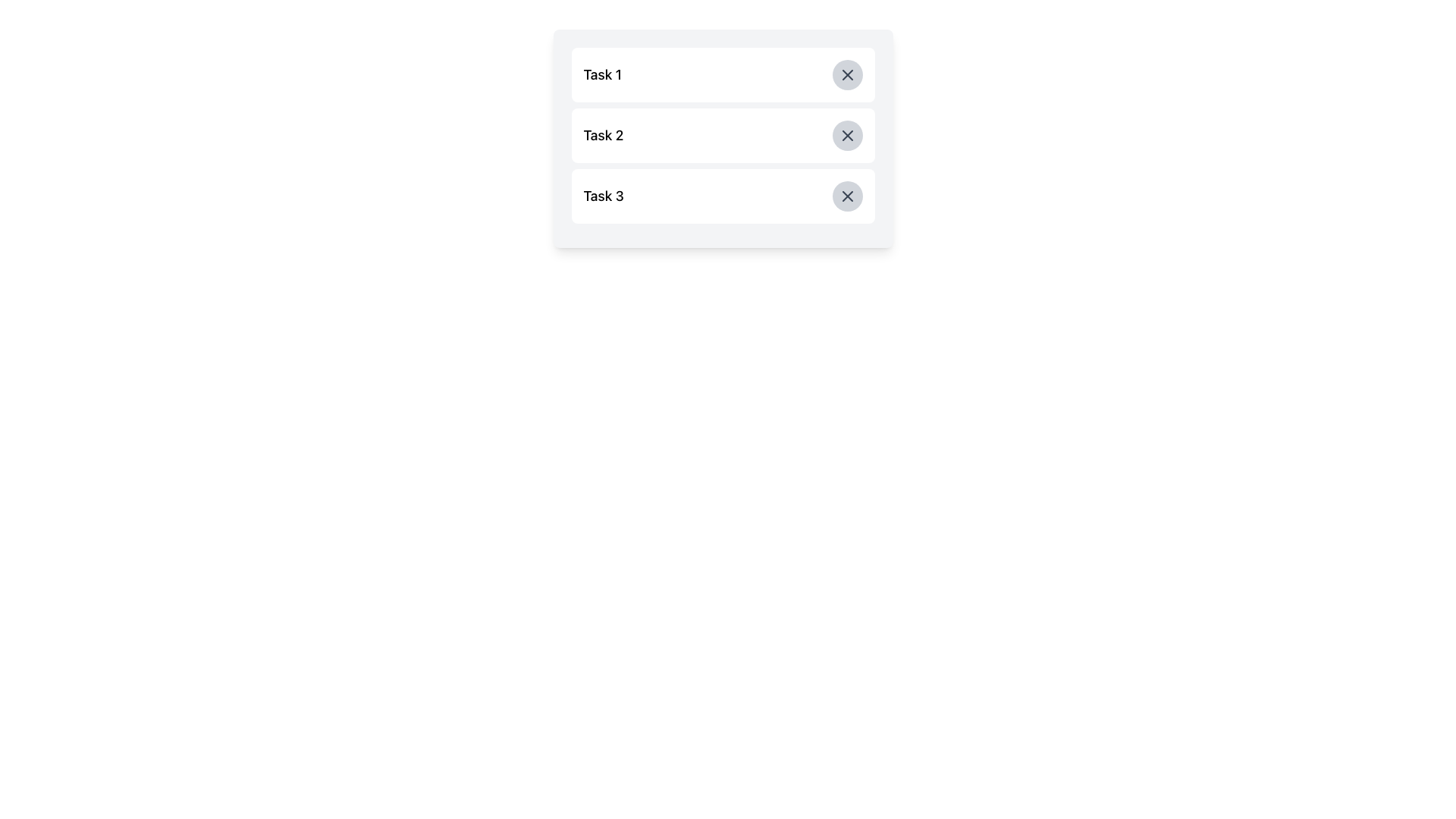 The width and height of the screenshot is (1456, 819). Describe the element at coordinates (603, 195) in the screenshot. I see `the text label 'Task 3'` at that location.